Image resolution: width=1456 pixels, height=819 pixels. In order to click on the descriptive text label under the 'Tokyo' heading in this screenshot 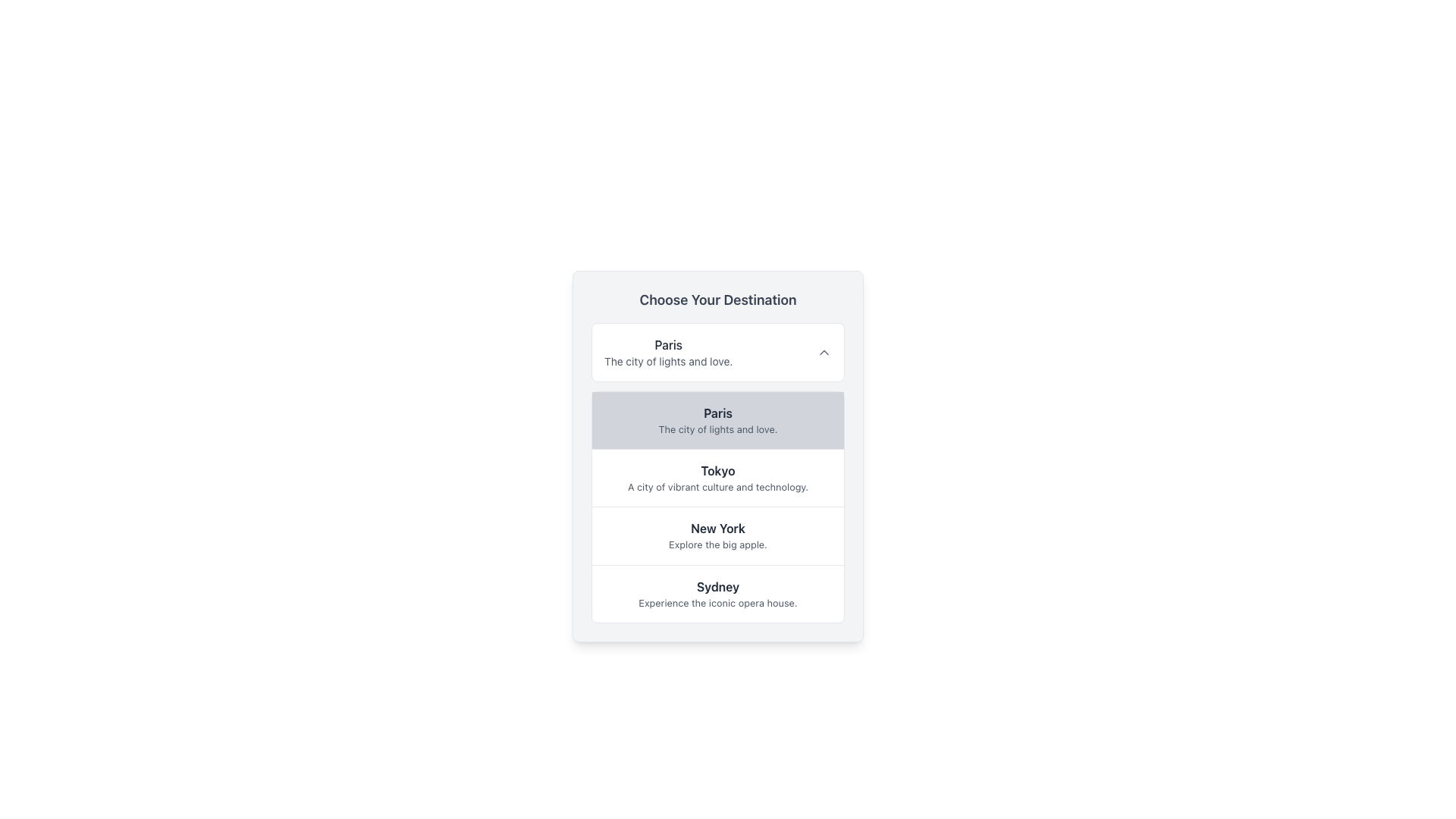, I will do `click(717, 486)`.